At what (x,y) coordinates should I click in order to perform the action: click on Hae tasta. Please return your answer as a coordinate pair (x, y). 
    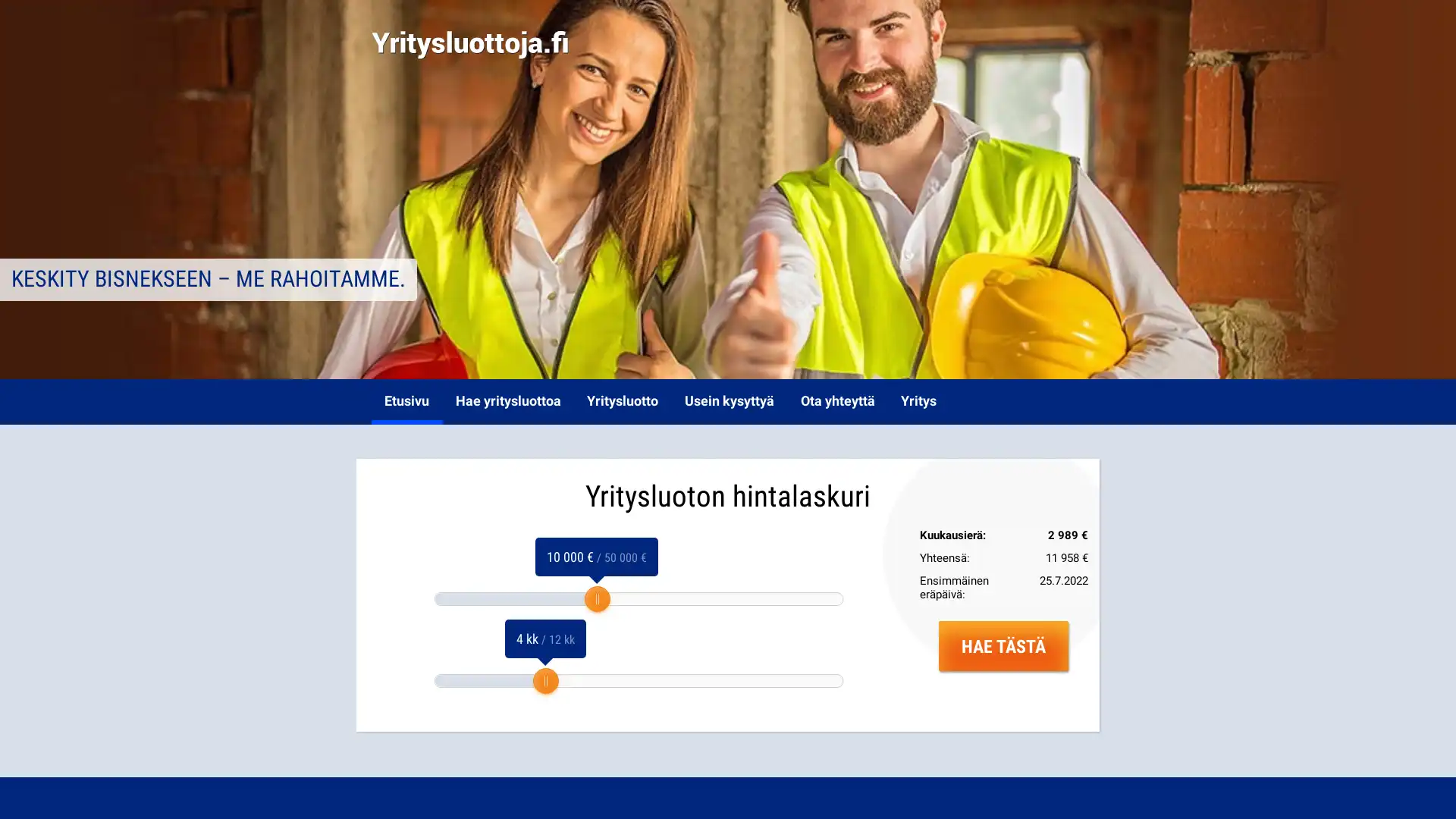
    Looking at the image, I should click on (1003, 645).